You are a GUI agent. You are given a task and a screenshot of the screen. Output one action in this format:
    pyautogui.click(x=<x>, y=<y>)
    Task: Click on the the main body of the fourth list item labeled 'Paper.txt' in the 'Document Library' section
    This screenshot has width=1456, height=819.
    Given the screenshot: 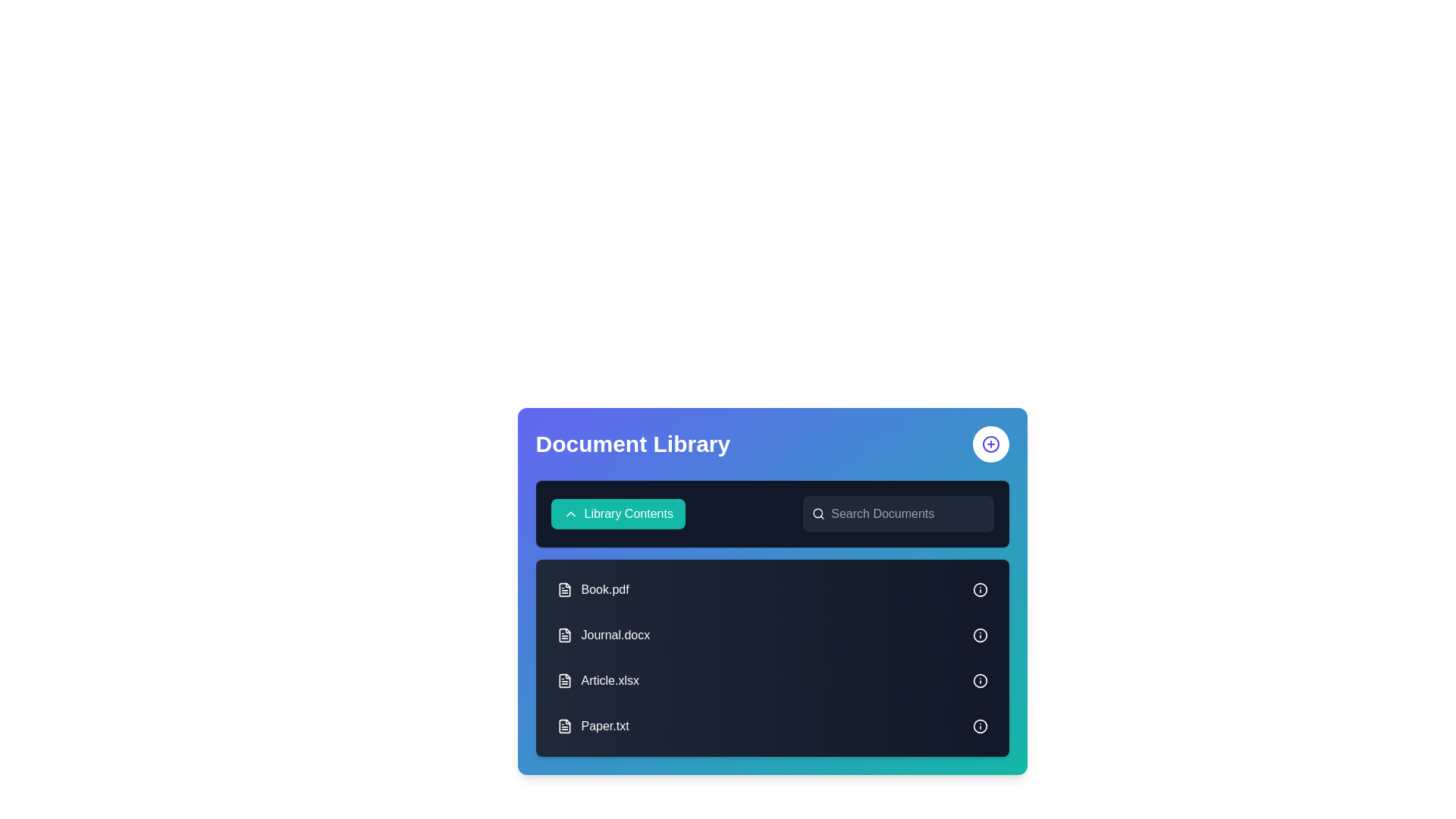 What is the action you would take?
    pyautogui.click(x=772, y=725)
    